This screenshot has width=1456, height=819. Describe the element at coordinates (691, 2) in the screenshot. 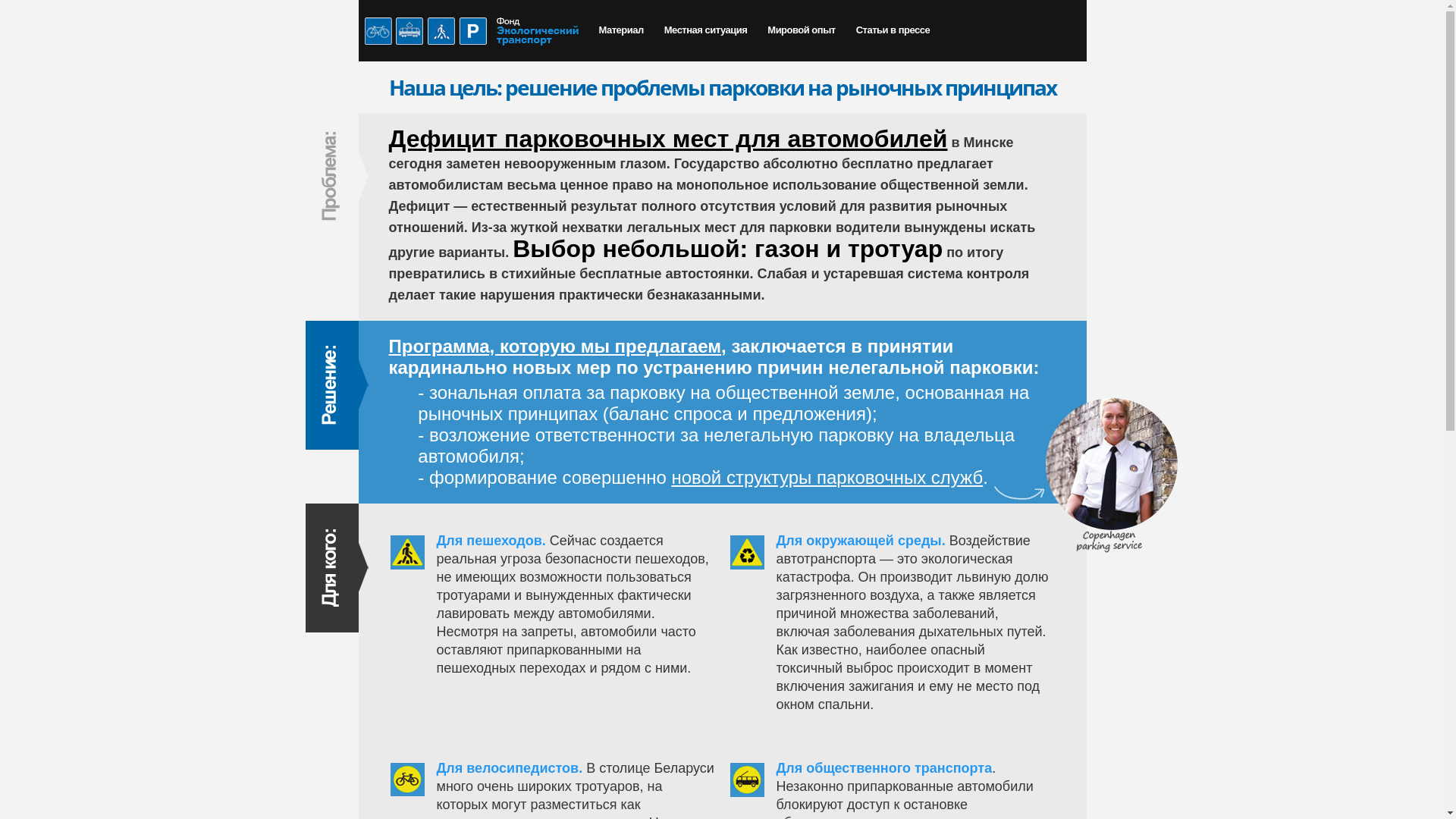

I see `'Skip to main content'` at that location.